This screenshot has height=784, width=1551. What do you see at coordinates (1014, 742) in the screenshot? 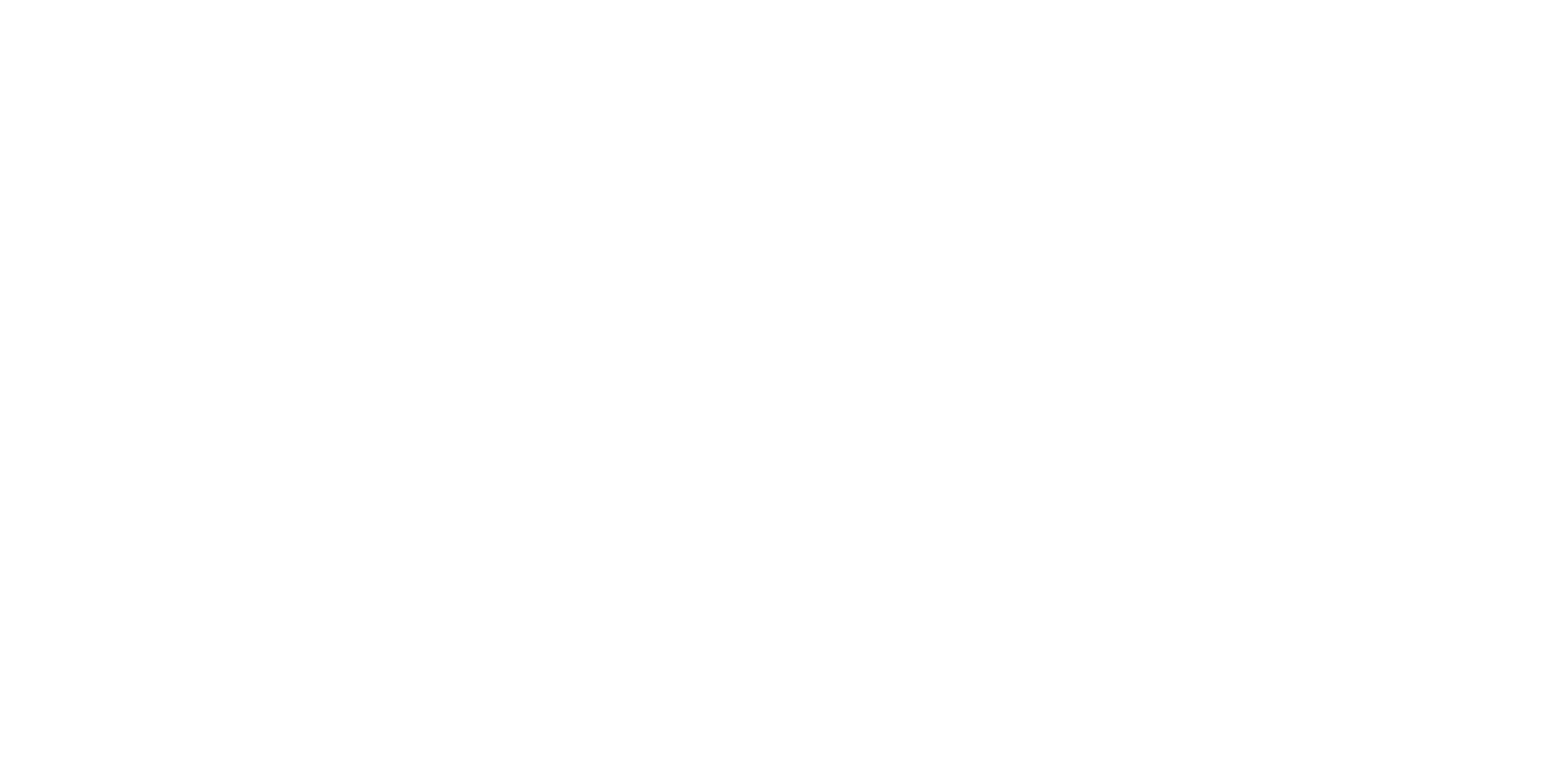
I see `'2010'` at bounding box center [1014, 742].